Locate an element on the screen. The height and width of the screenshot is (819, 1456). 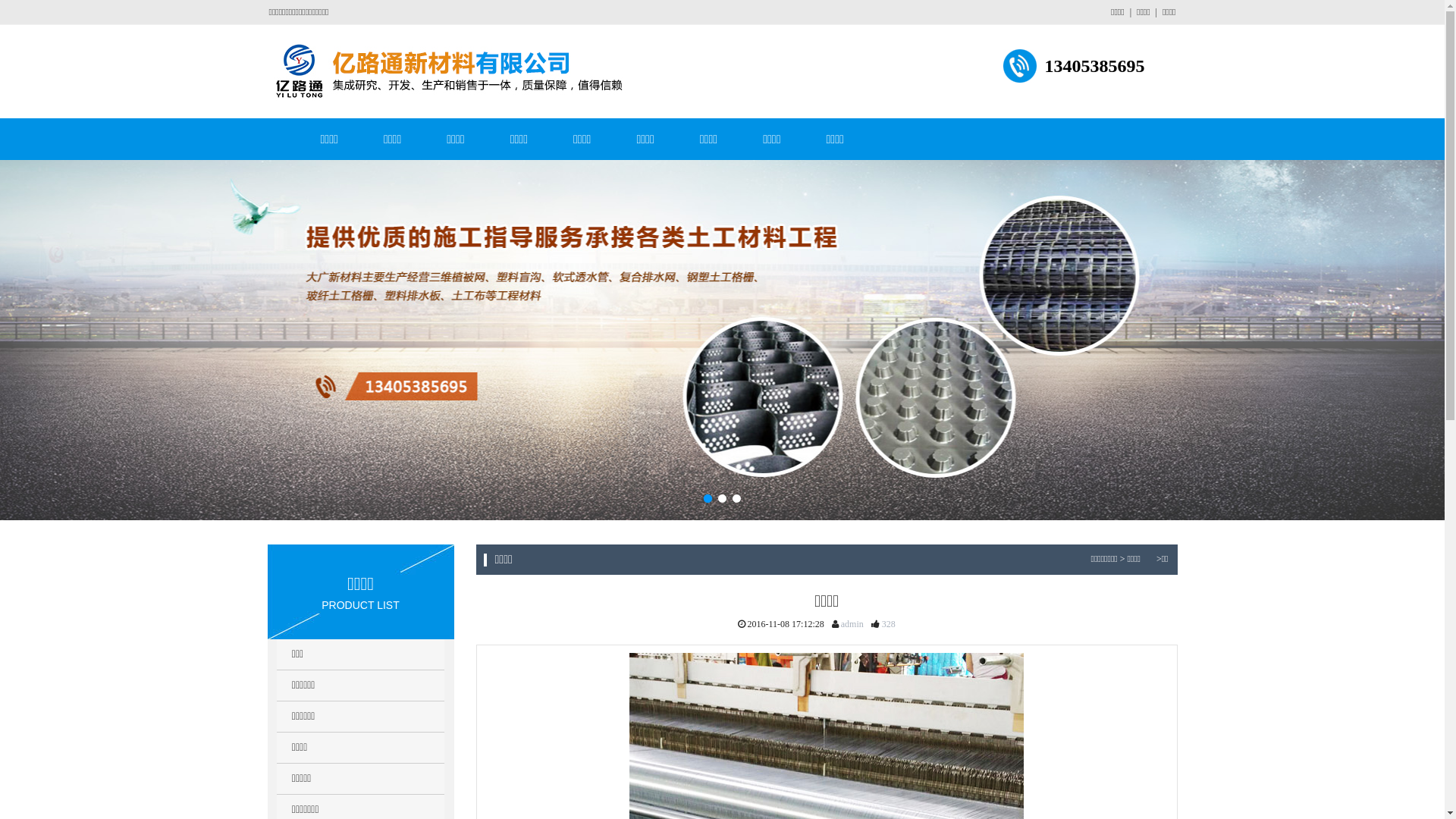
'admin' is located at coordinates (837, 623).